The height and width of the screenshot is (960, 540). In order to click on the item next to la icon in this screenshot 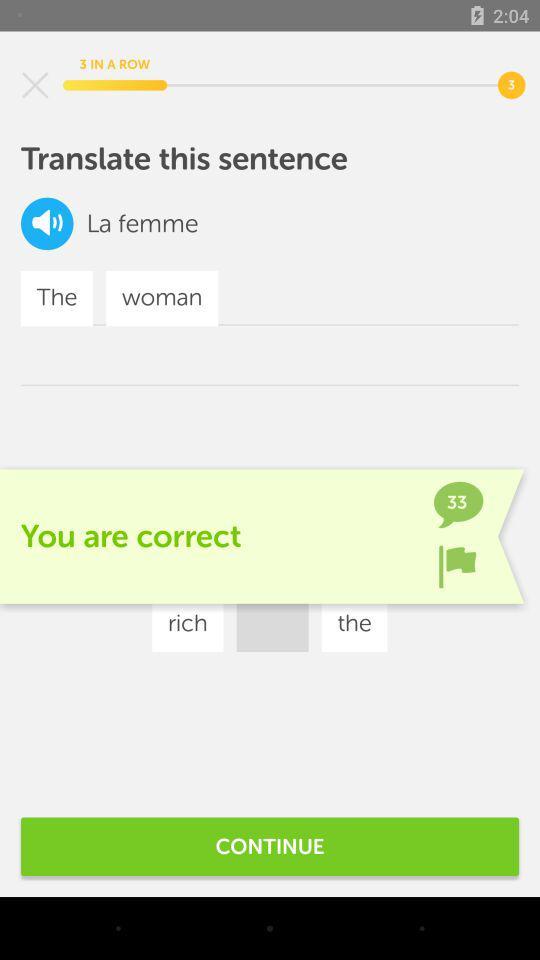, I will do `click(47, 223)`.